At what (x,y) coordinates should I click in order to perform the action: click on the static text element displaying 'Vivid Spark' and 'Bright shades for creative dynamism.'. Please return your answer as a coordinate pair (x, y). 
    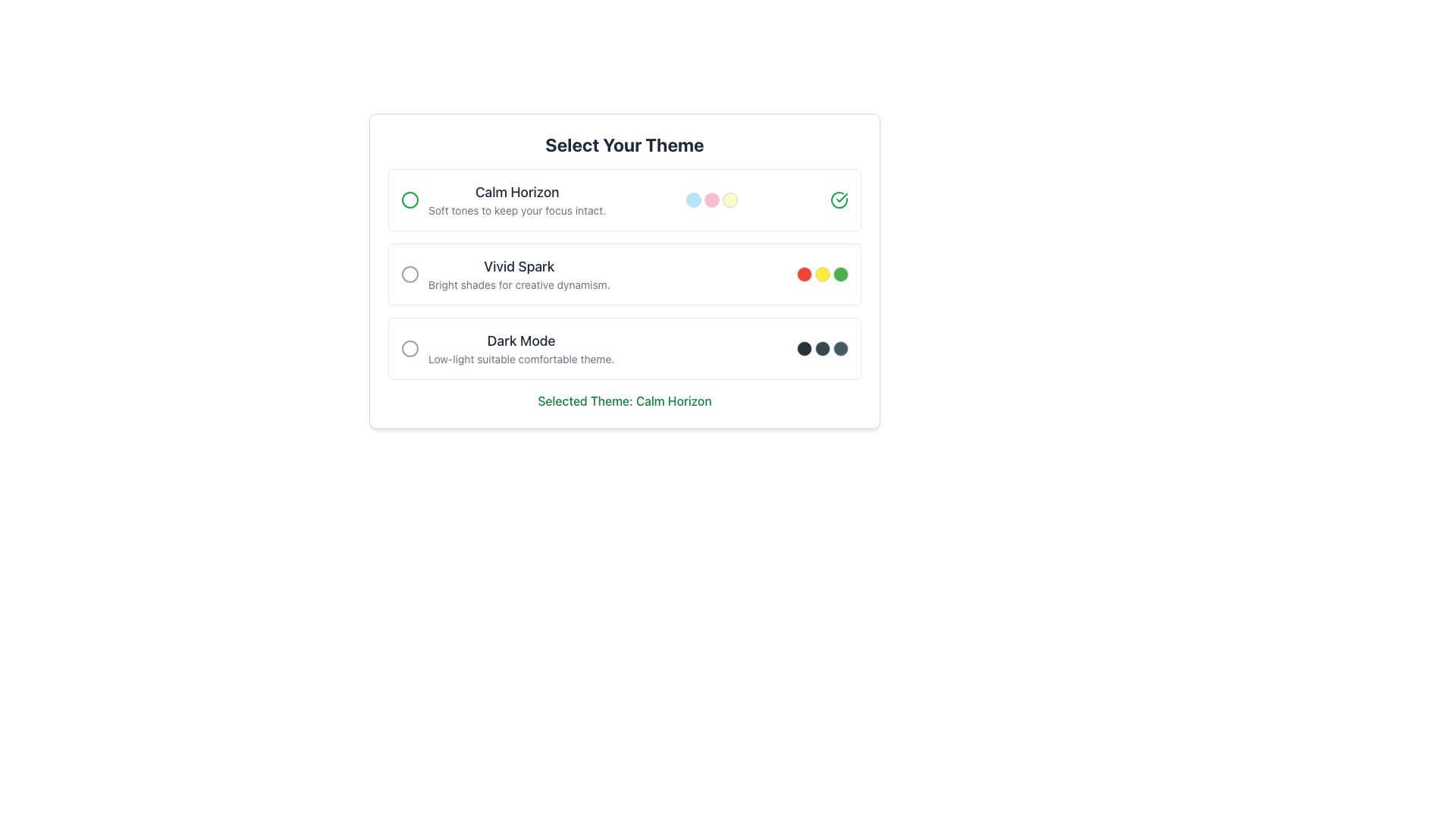
    Looking at the image, I should click on (505, 275).